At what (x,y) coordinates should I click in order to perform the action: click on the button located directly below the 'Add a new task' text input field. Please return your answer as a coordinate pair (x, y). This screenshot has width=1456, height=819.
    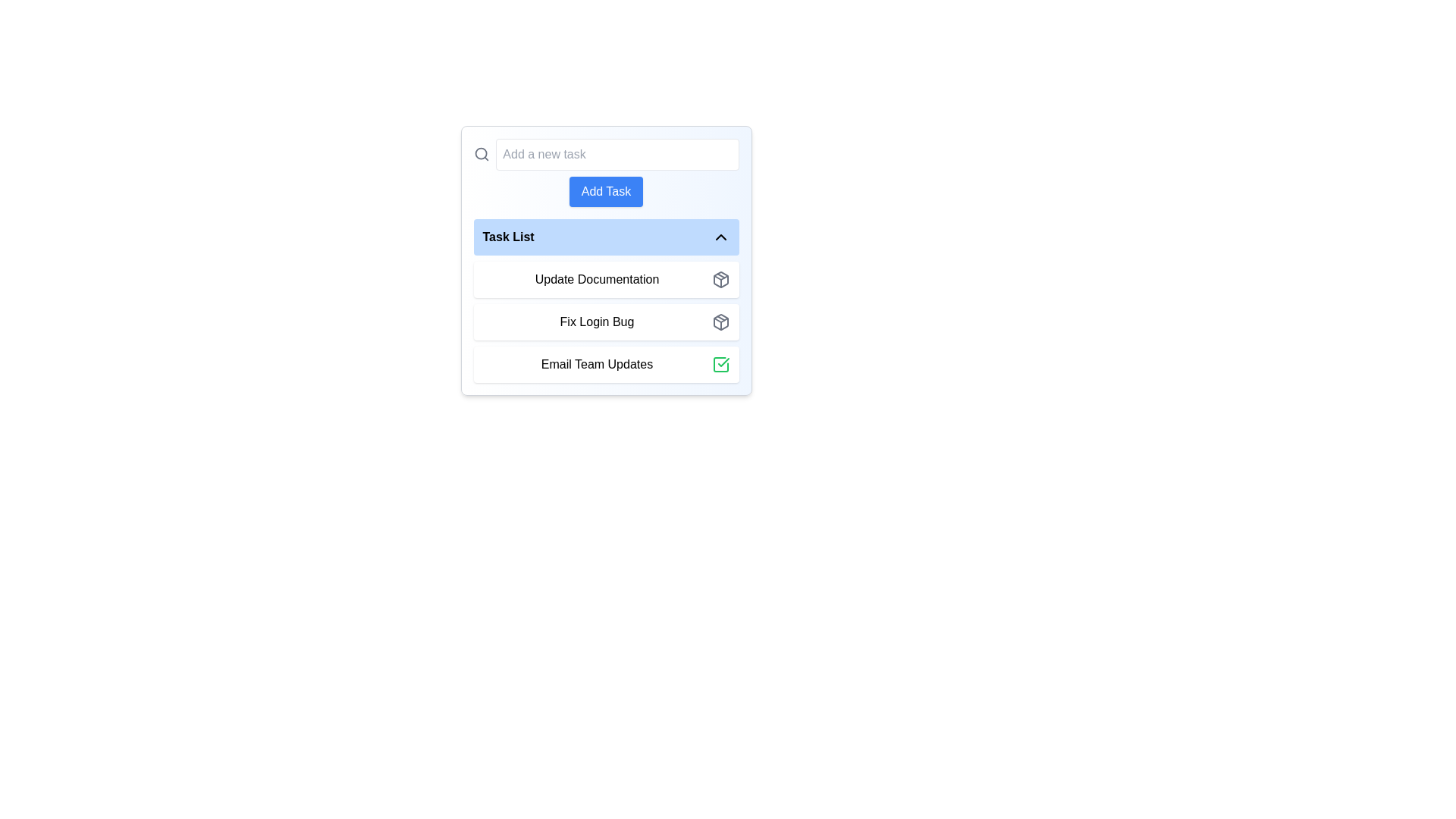
    Looking at the image, I should click on (605, 191).